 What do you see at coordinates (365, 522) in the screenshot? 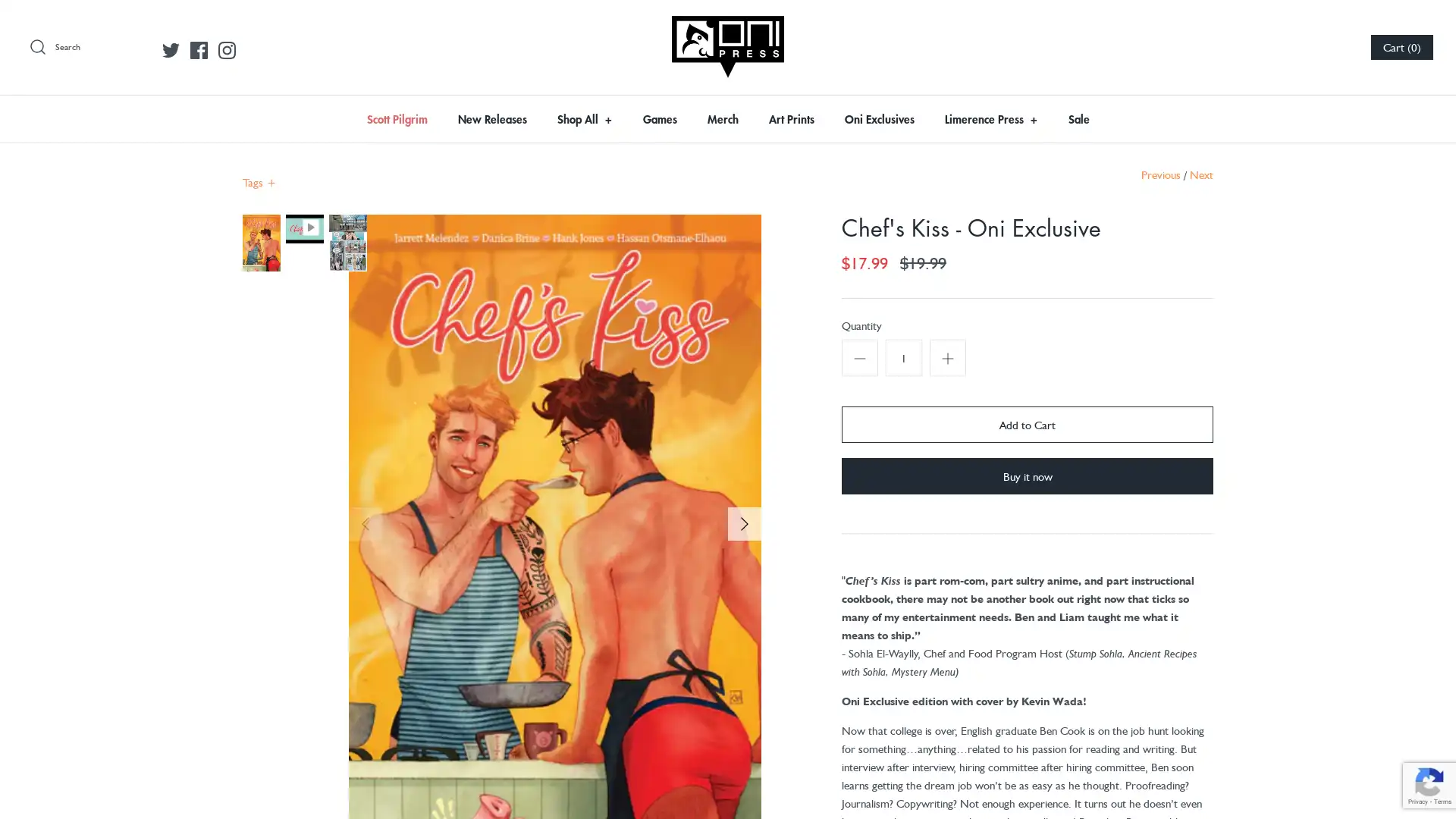
I see `Previous` at bounding box center [365, 522].